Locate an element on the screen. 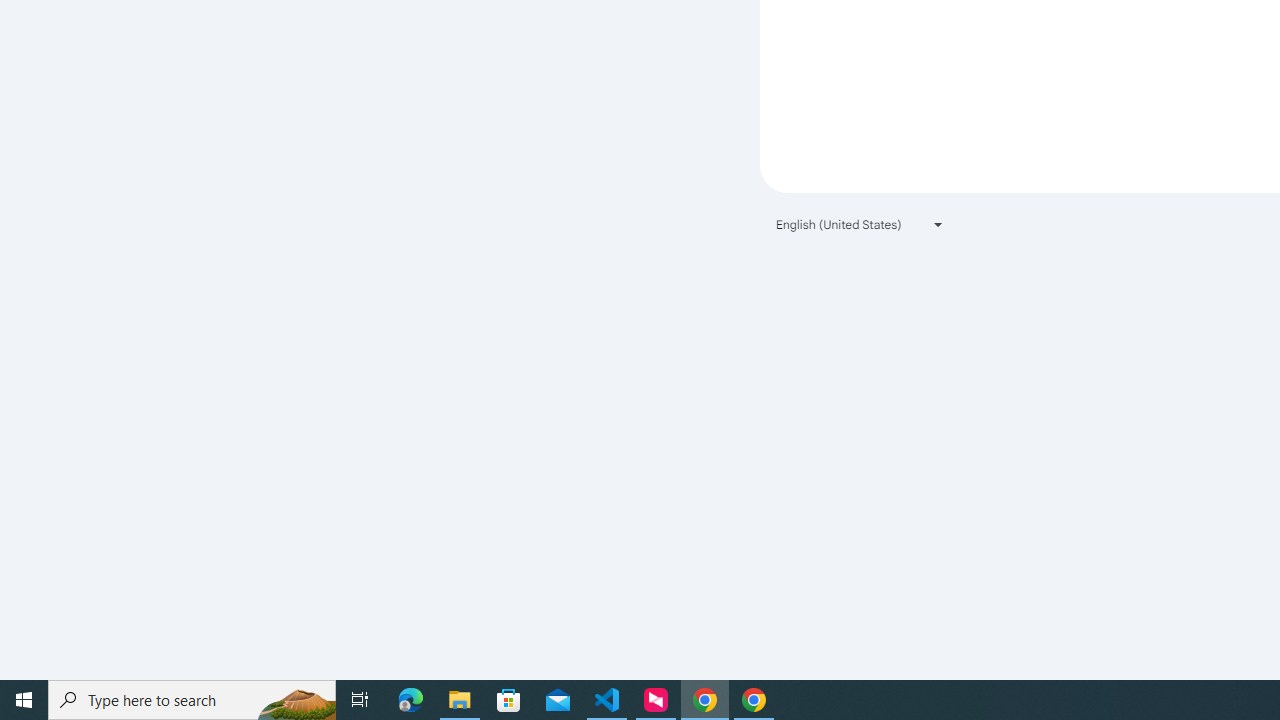 This screenshot has width=1280, height=720. 'English (United States)' is located at coordinates (860, 224).